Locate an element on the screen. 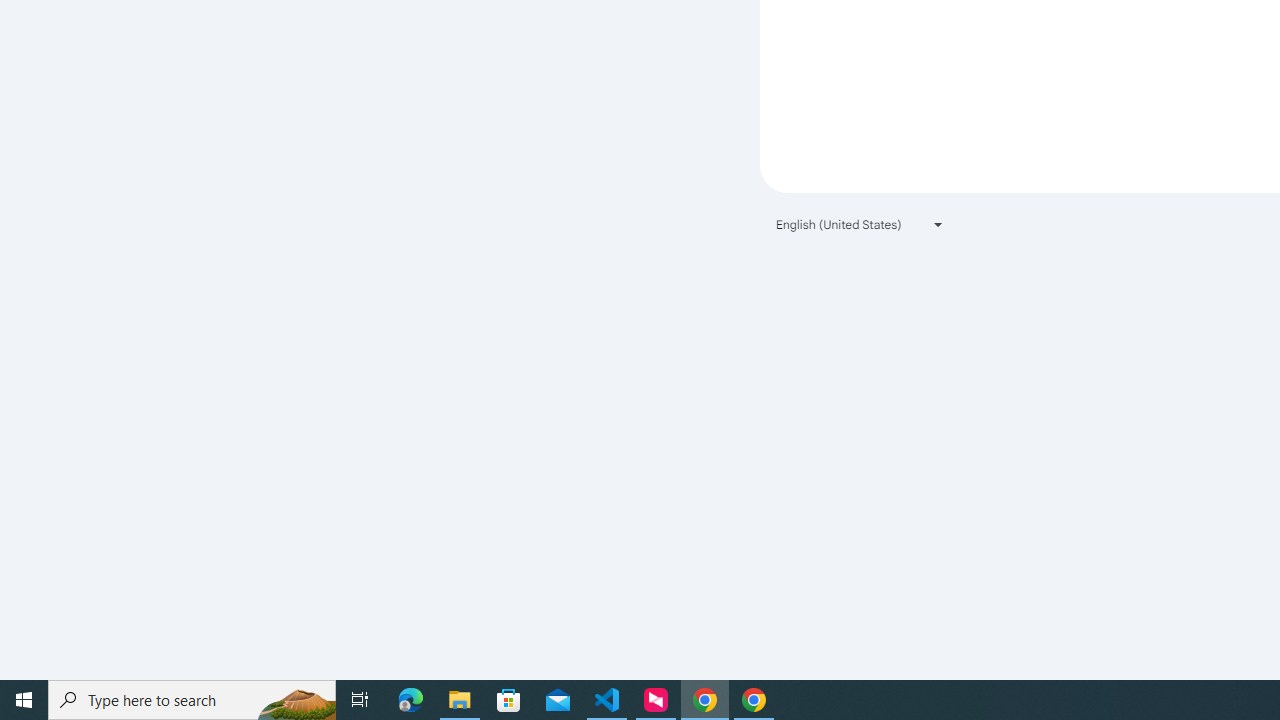 This screenshot has width=1280, height=720. 'English (United States)' is located at coordinates (860, 224).